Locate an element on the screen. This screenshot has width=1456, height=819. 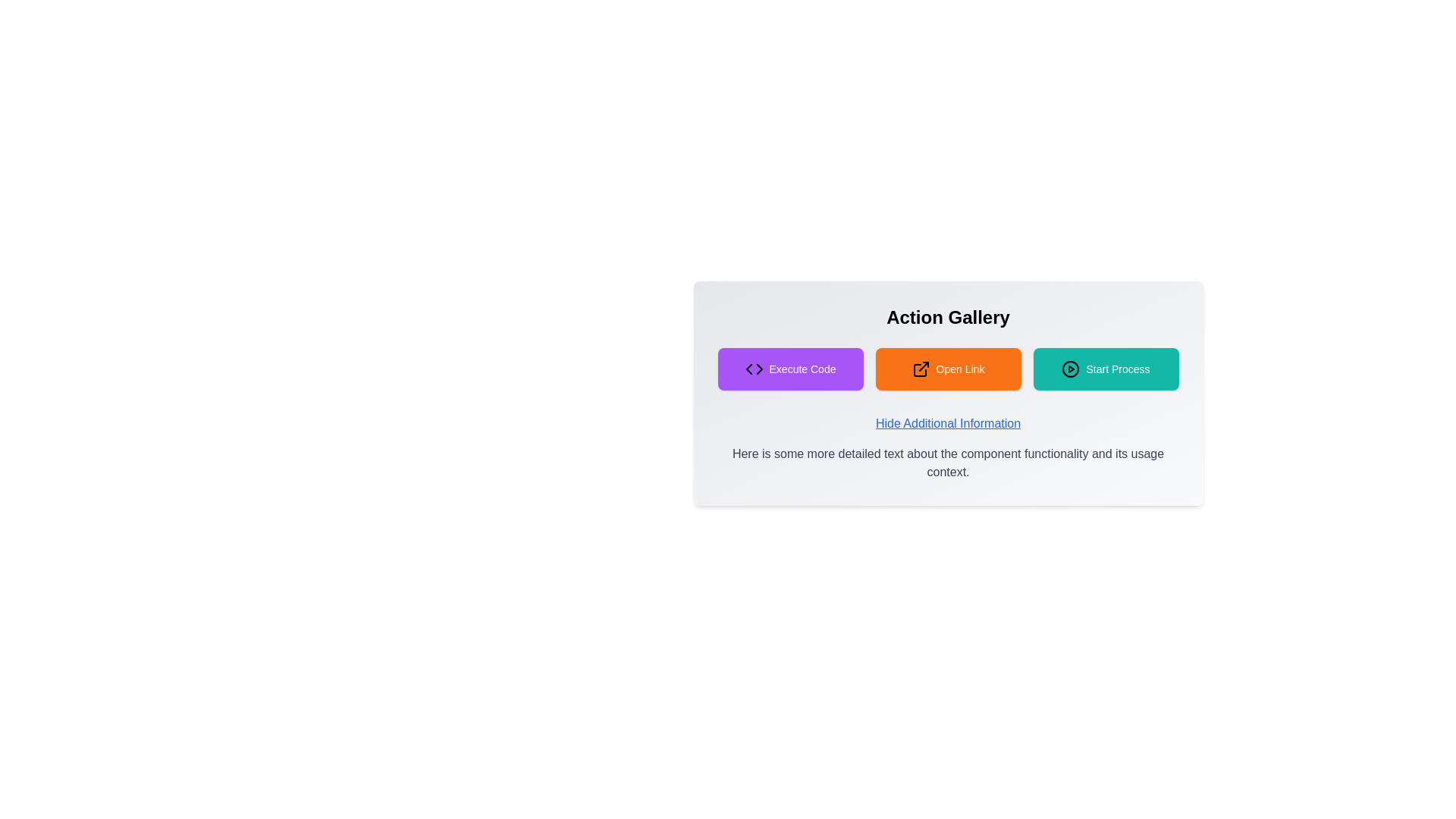
code of the left-pointing chevron SVG icon nested within the 'Execute Code' button is located at coordinates (748, 369).